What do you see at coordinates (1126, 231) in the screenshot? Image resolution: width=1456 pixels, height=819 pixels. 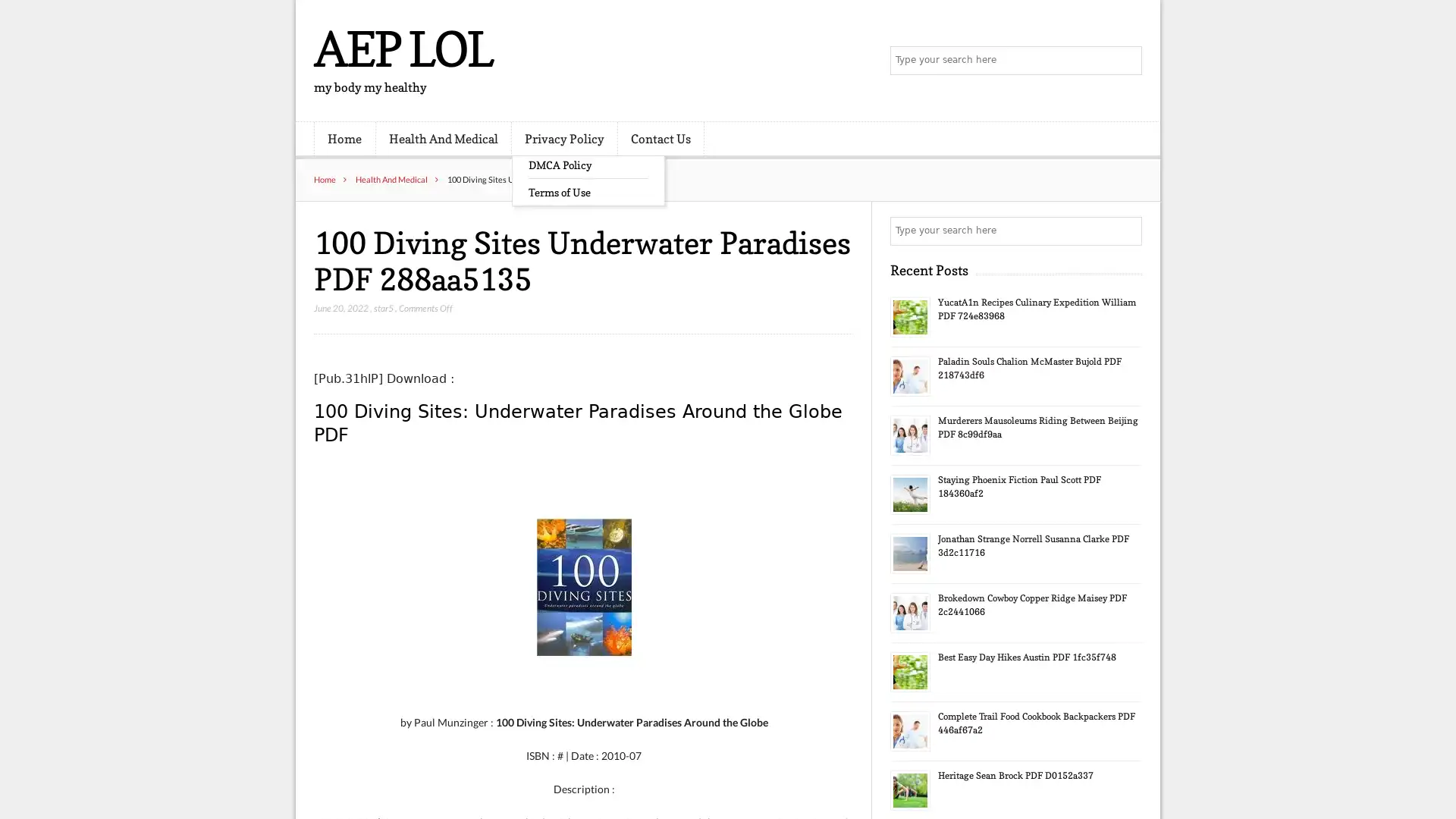 I see `Search` at bounding box center [1126, 231].